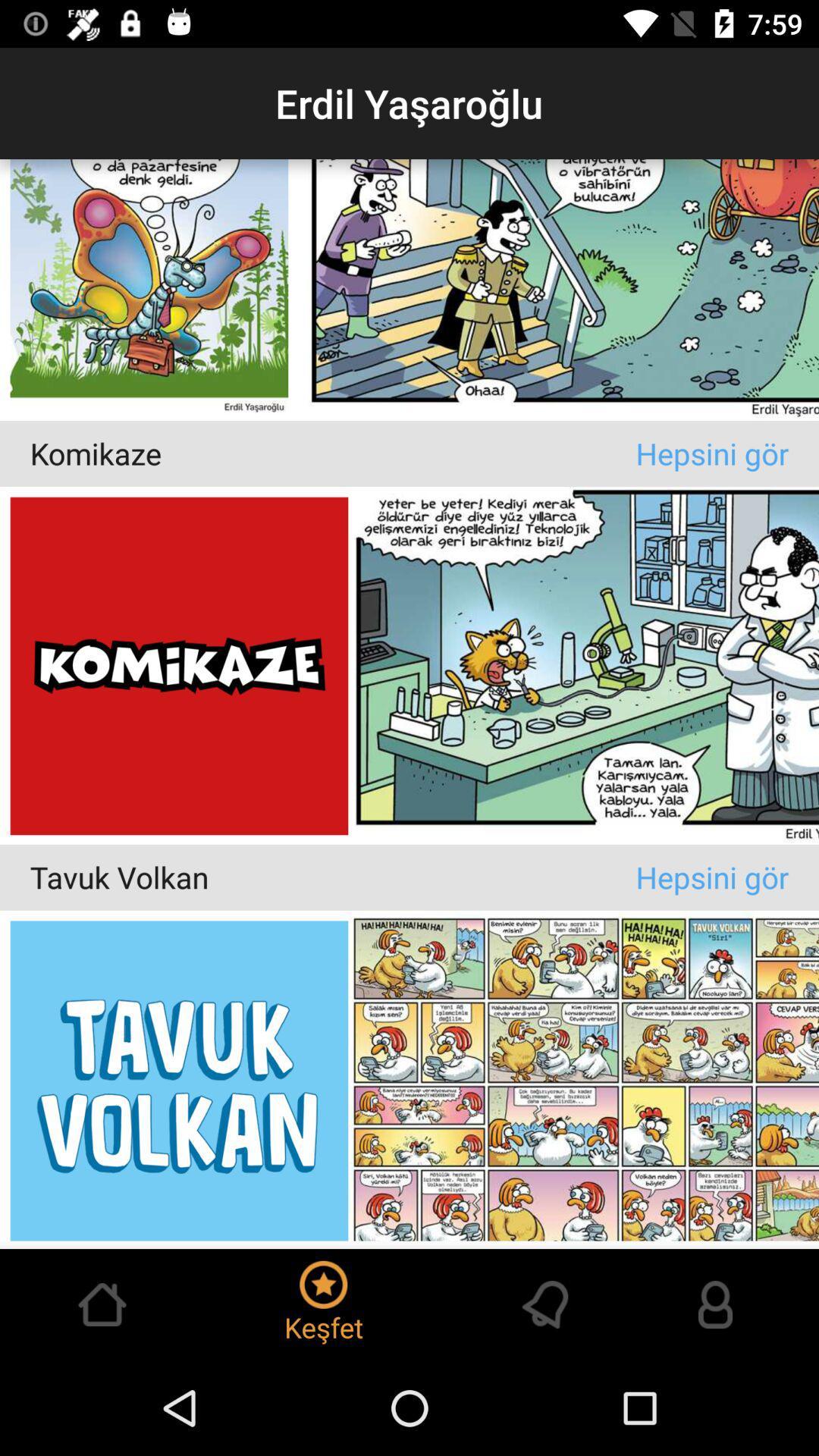  Describe the element at coordinates (332, 453) in the screenshot. I see `komikaze item` at that location.